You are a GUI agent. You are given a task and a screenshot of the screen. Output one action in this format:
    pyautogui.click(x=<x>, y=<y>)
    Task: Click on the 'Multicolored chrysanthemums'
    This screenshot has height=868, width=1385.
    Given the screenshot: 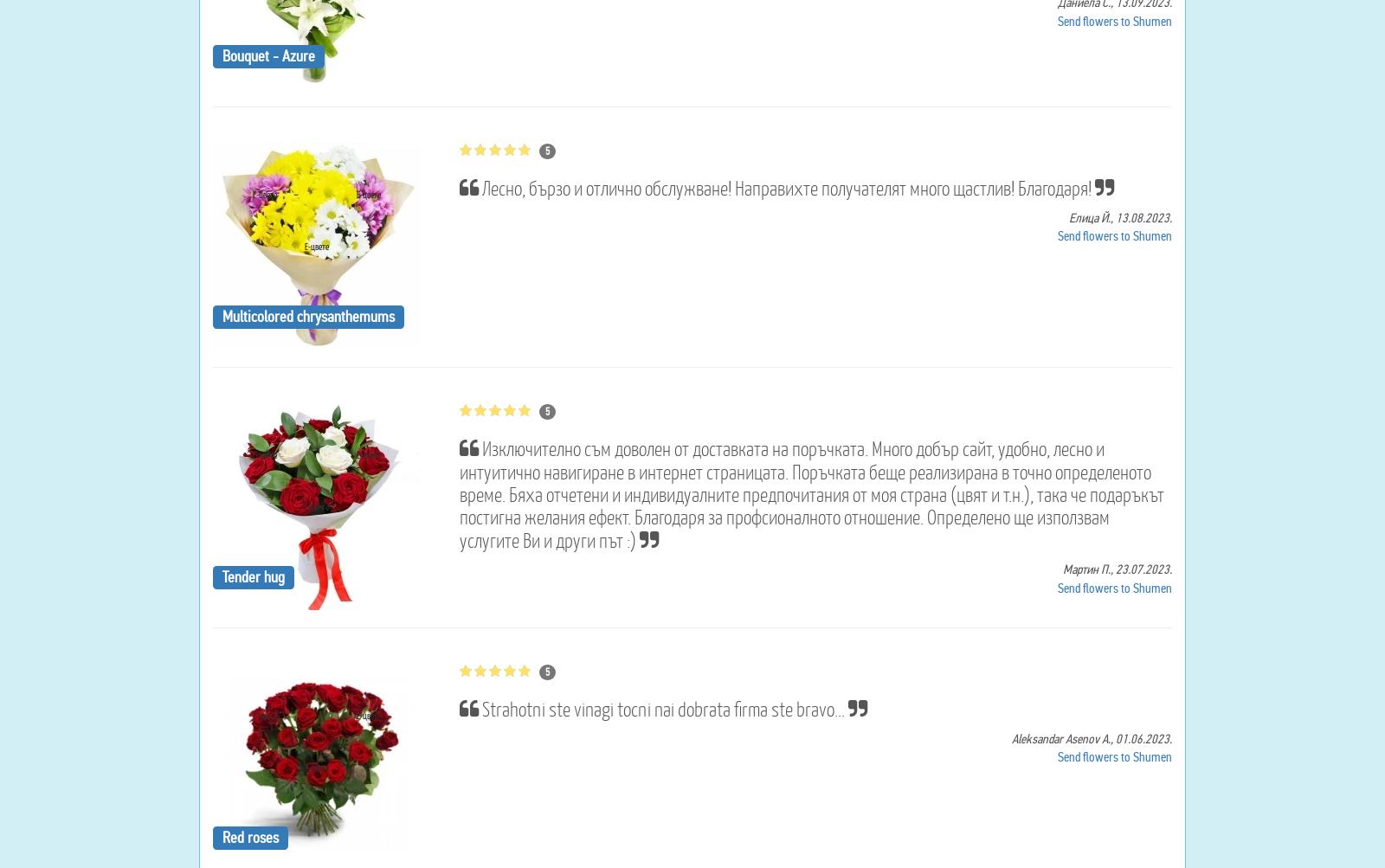 What is the action you would take?
    pyautogui.click(x=307, y=314)
    